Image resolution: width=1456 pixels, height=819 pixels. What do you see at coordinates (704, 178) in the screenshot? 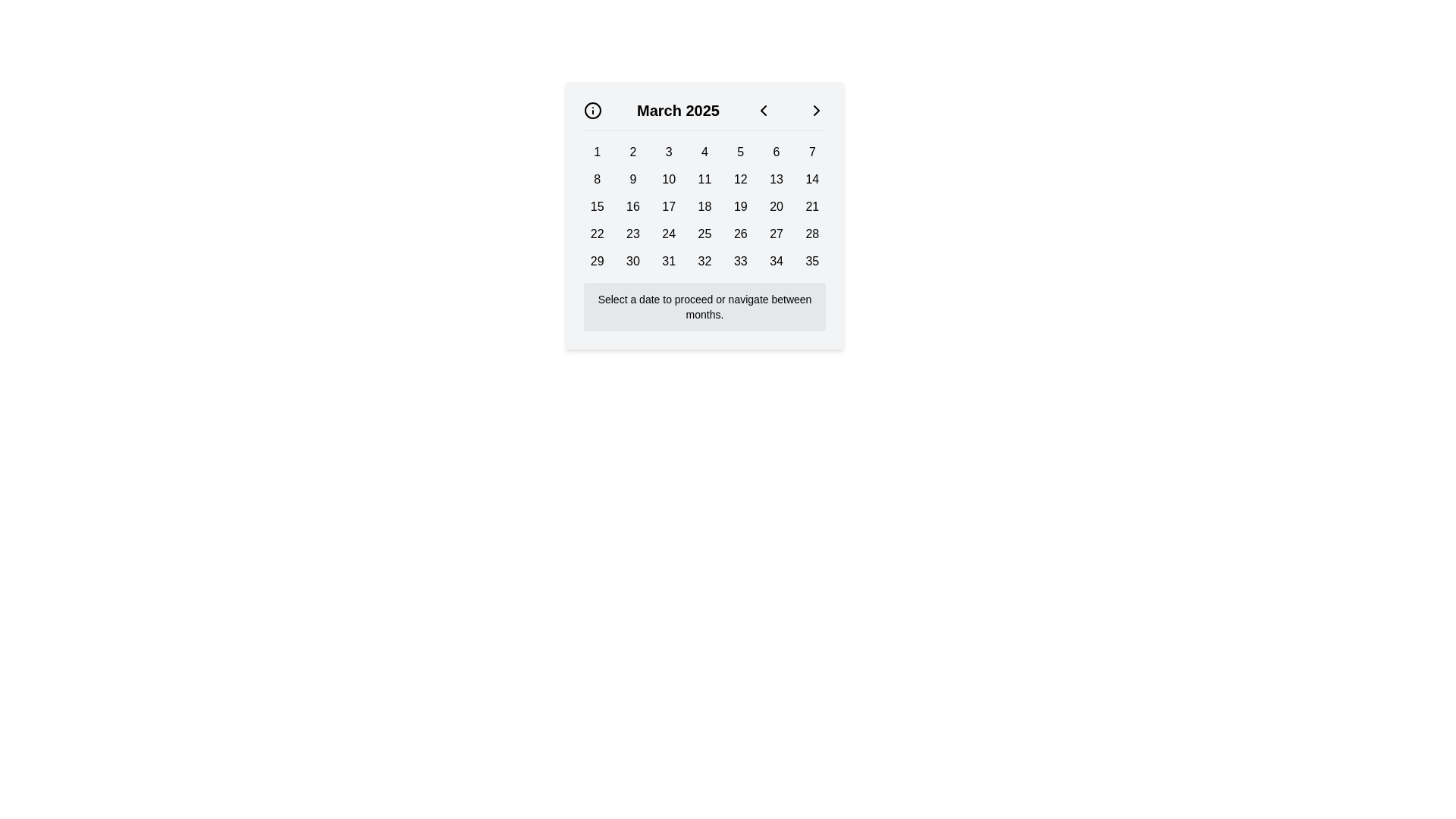
I see `the button labeled '11' in the calendar` at bounding box center [704, 178].